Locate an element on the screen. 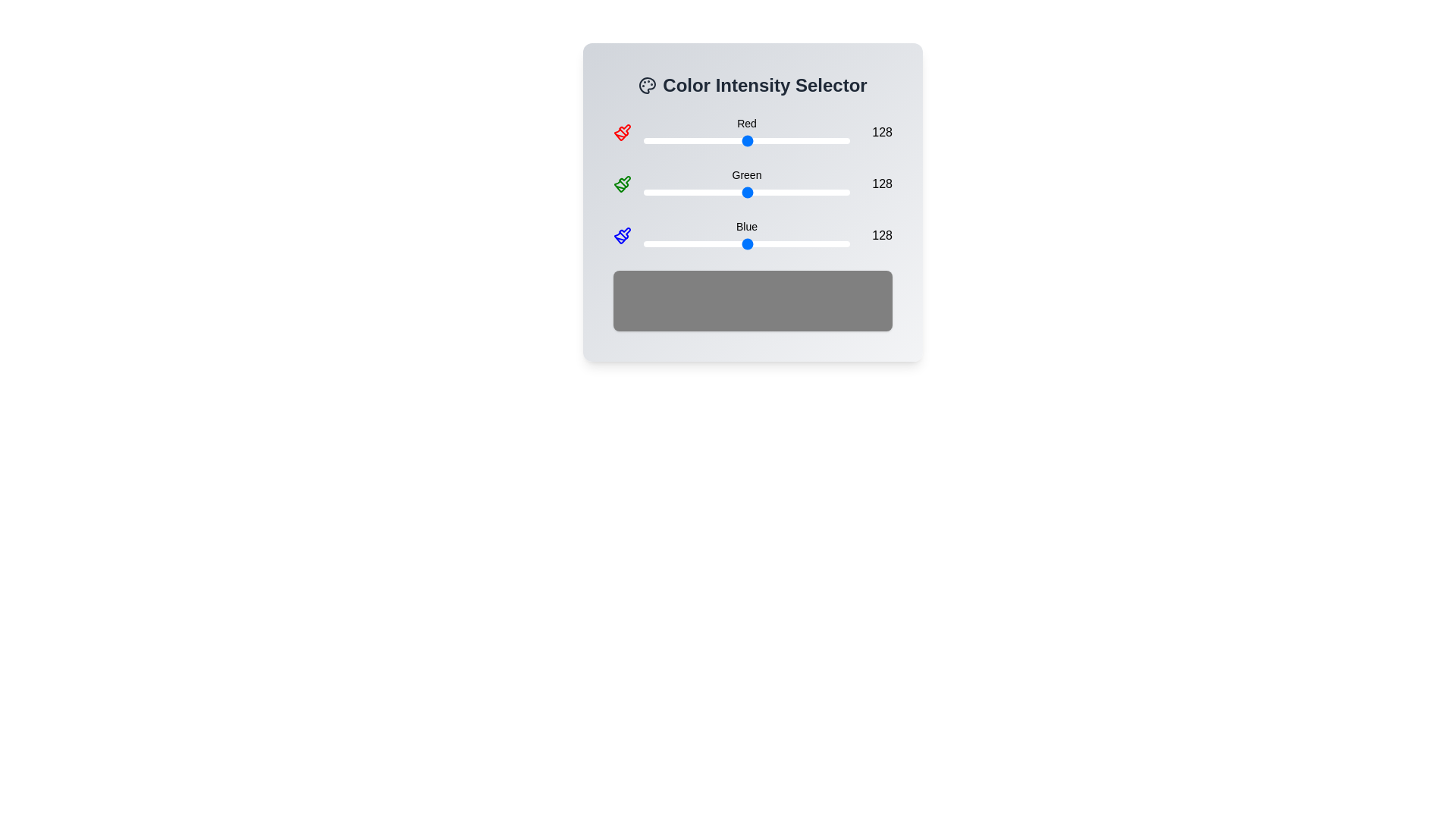  the green color intensity is located at coordinates (821, 192).